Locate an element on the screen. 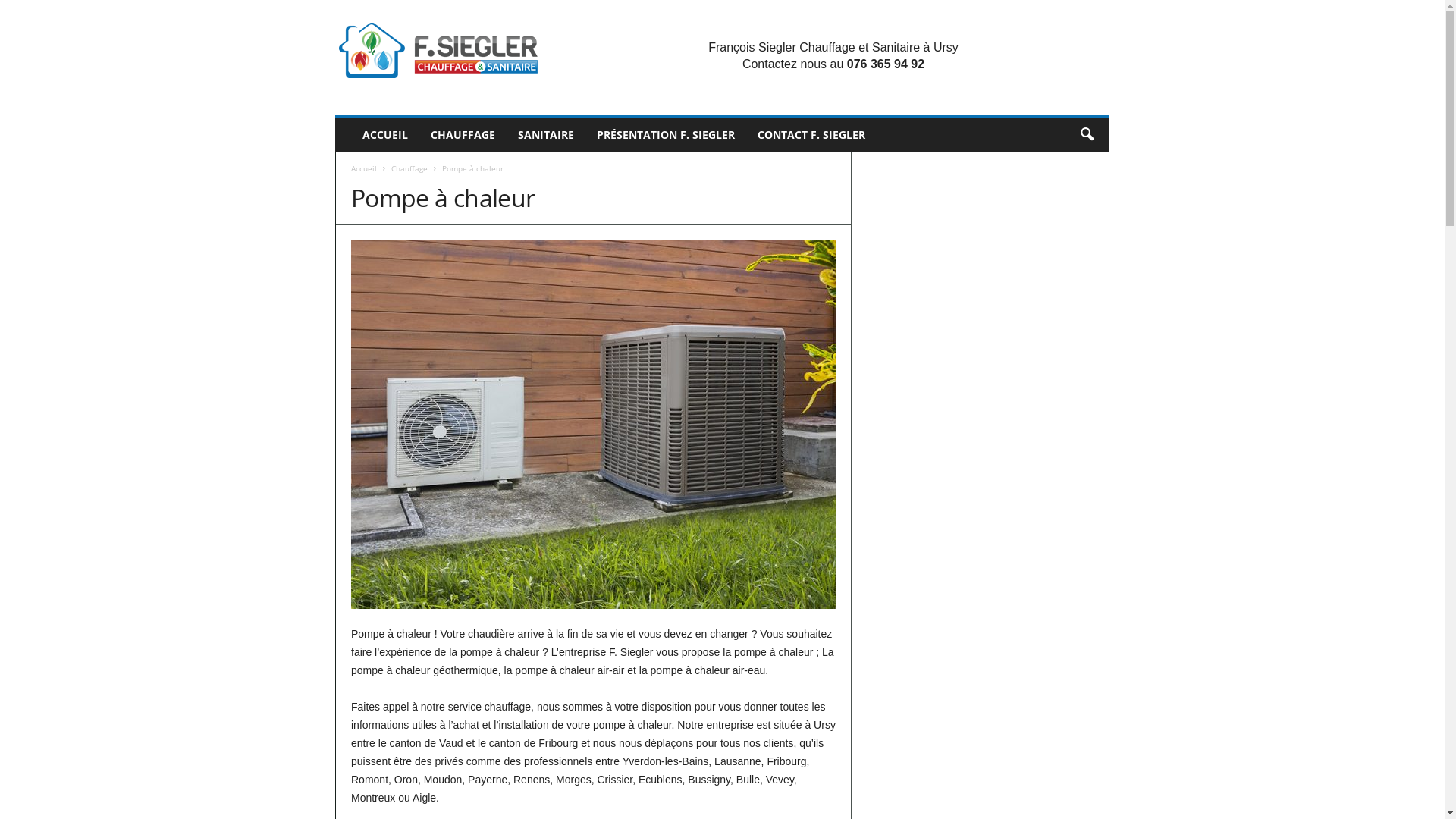  'Chauffage sanitaire F.Siegler' is located at coordinates (437, 49).